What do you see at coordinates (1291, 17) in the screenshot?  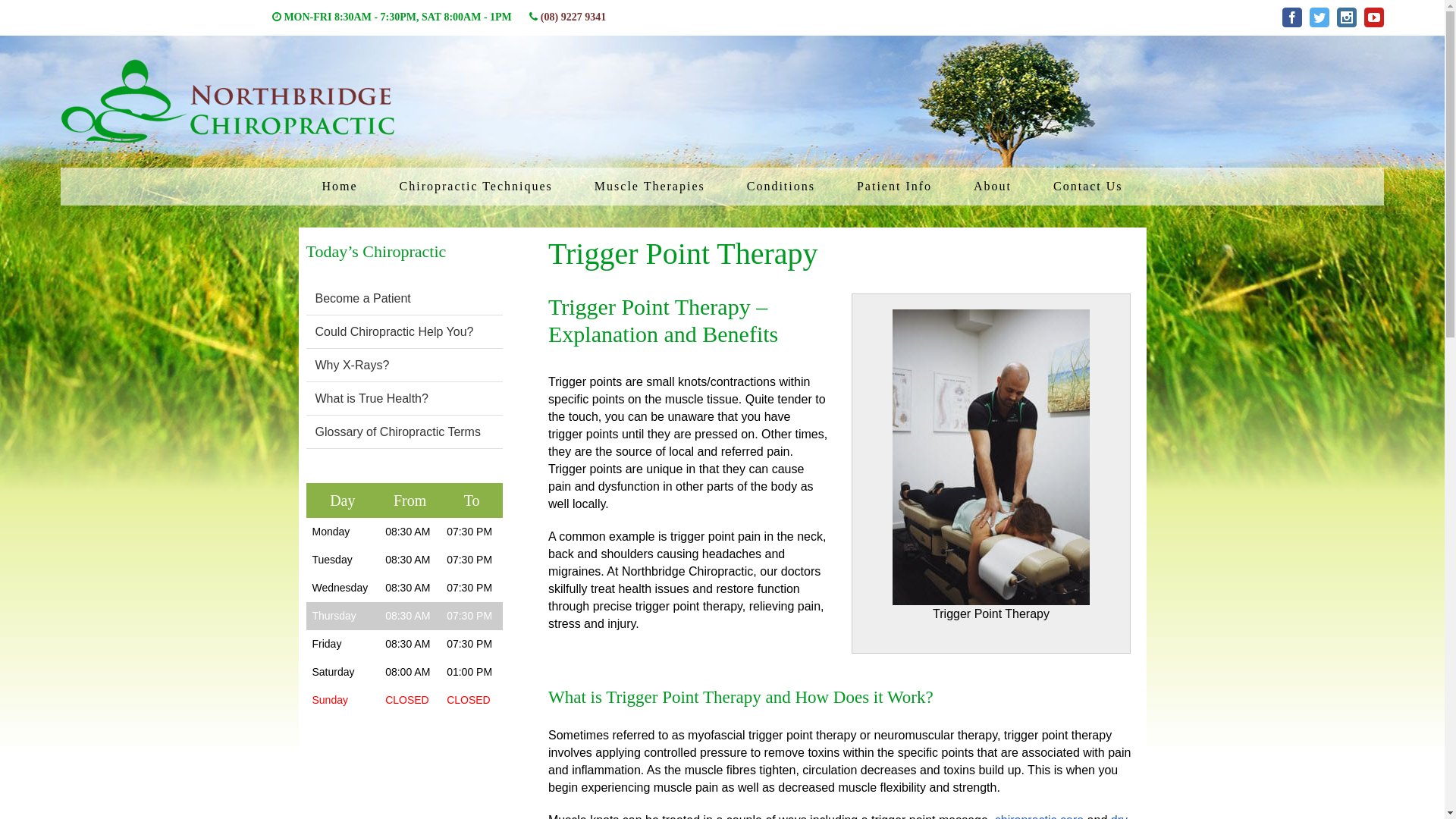 I see `'Facebook'` at bounding box center [1291, 17].